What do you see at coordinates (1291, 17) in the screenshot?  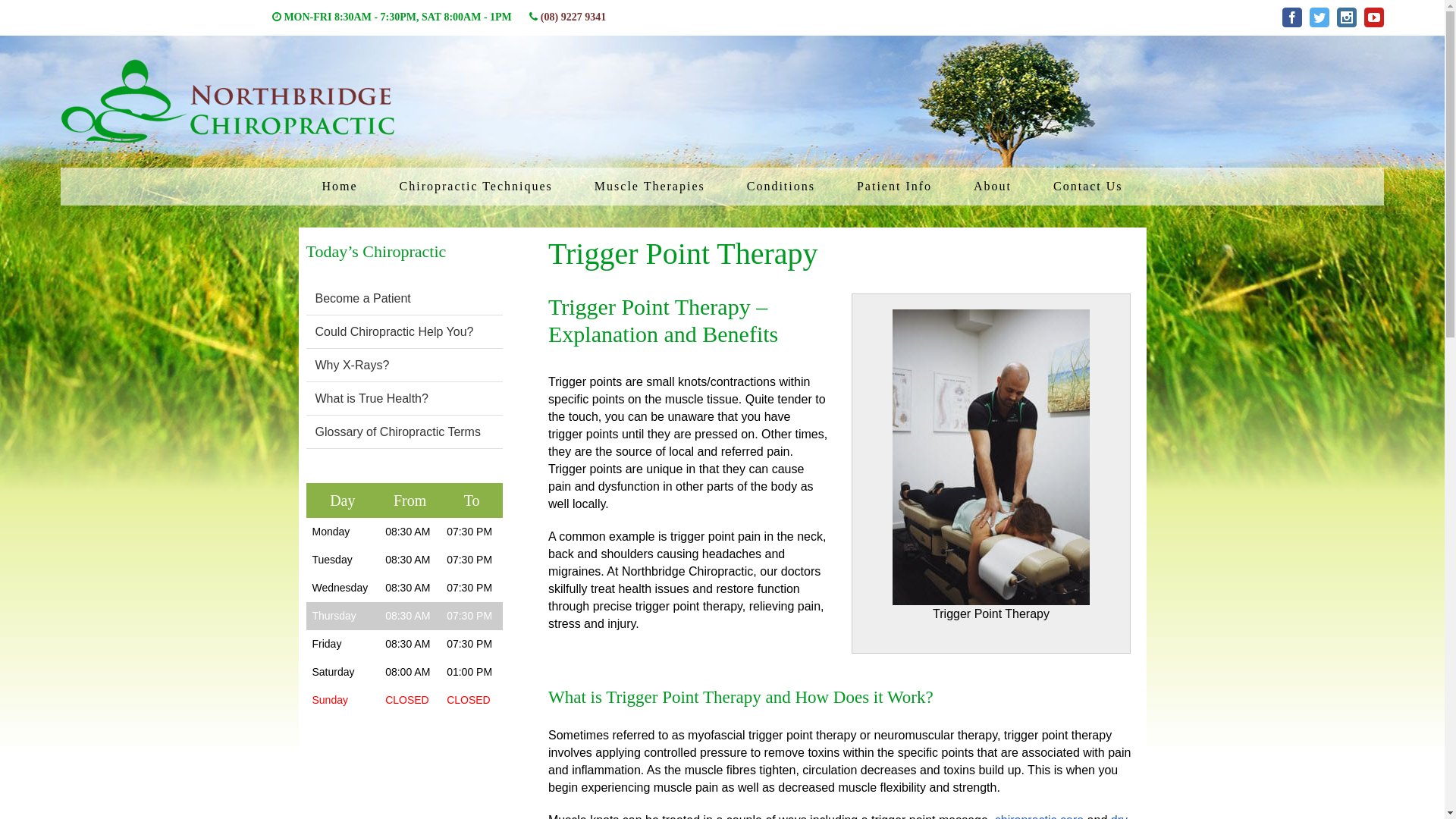 I see `'Facebook'` at bounding box center [1291, 17].